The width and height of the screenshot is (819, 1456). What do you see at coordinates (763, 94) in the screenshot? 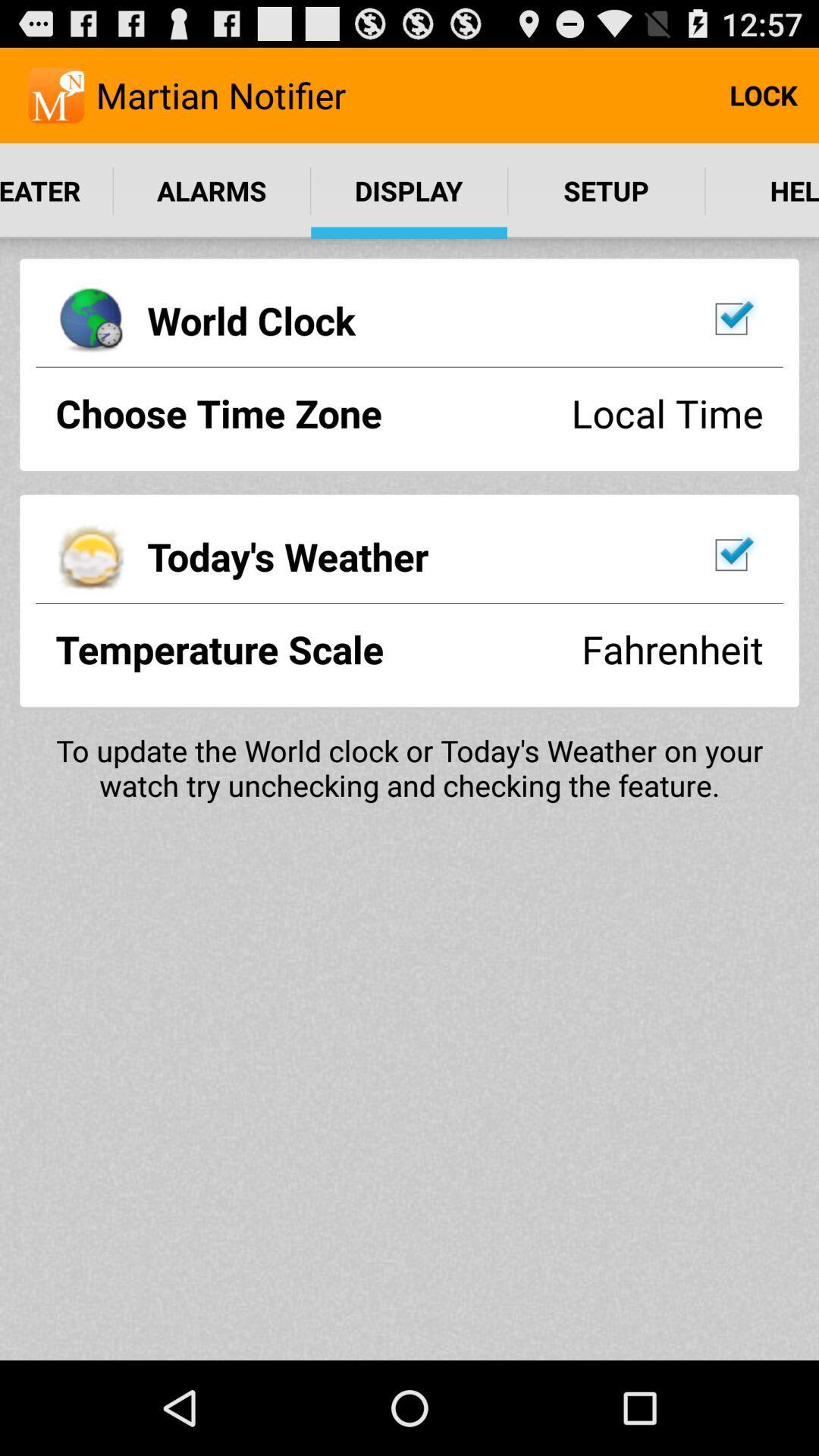
I see `lock` at bounding box center [763, 94].